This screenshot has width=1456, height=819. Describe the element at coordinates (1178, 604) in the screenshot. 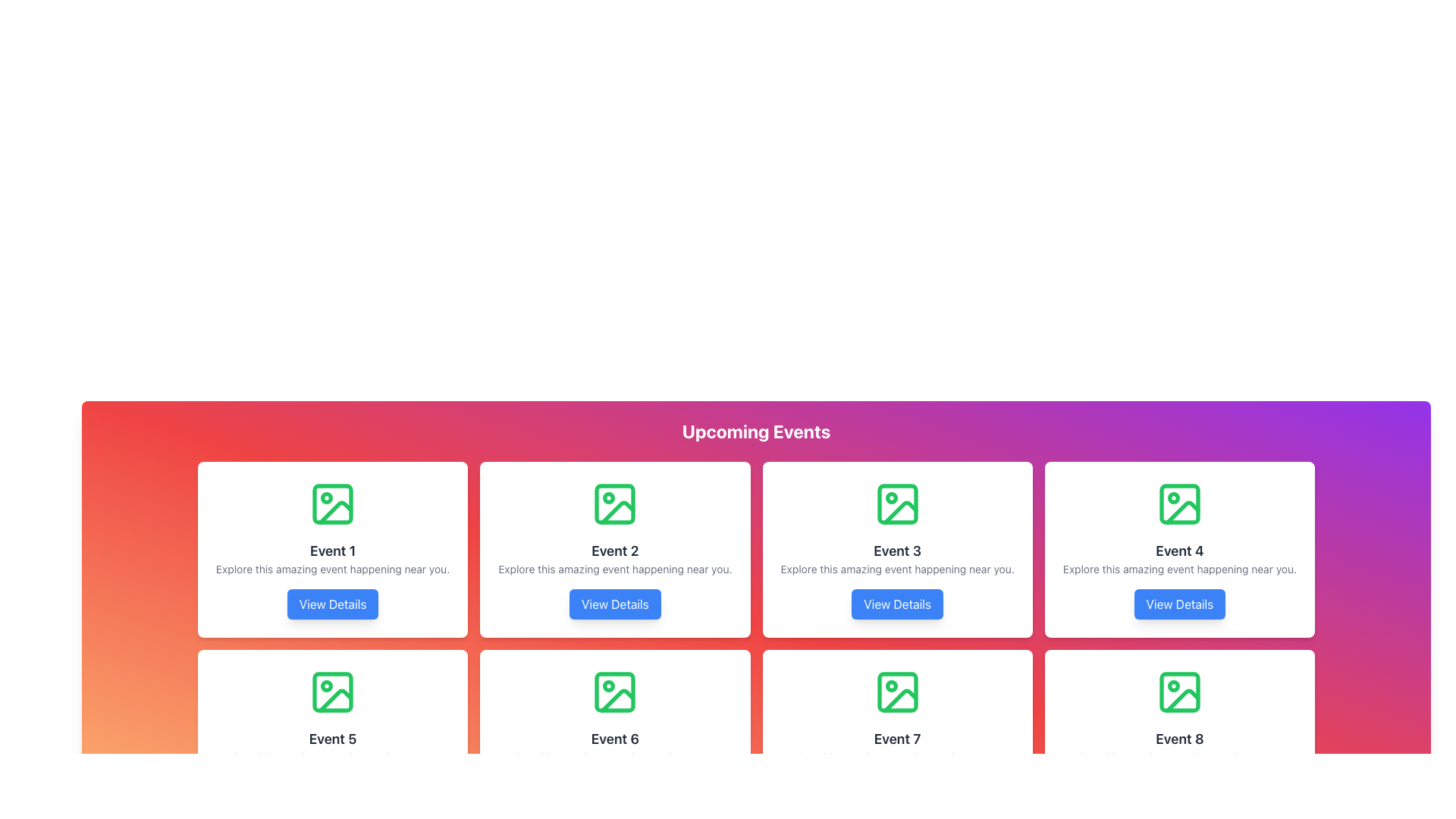

I see `the call-to-action button located in the fourth card of the event grid, positioned below the title 'Event 4'` at that location.